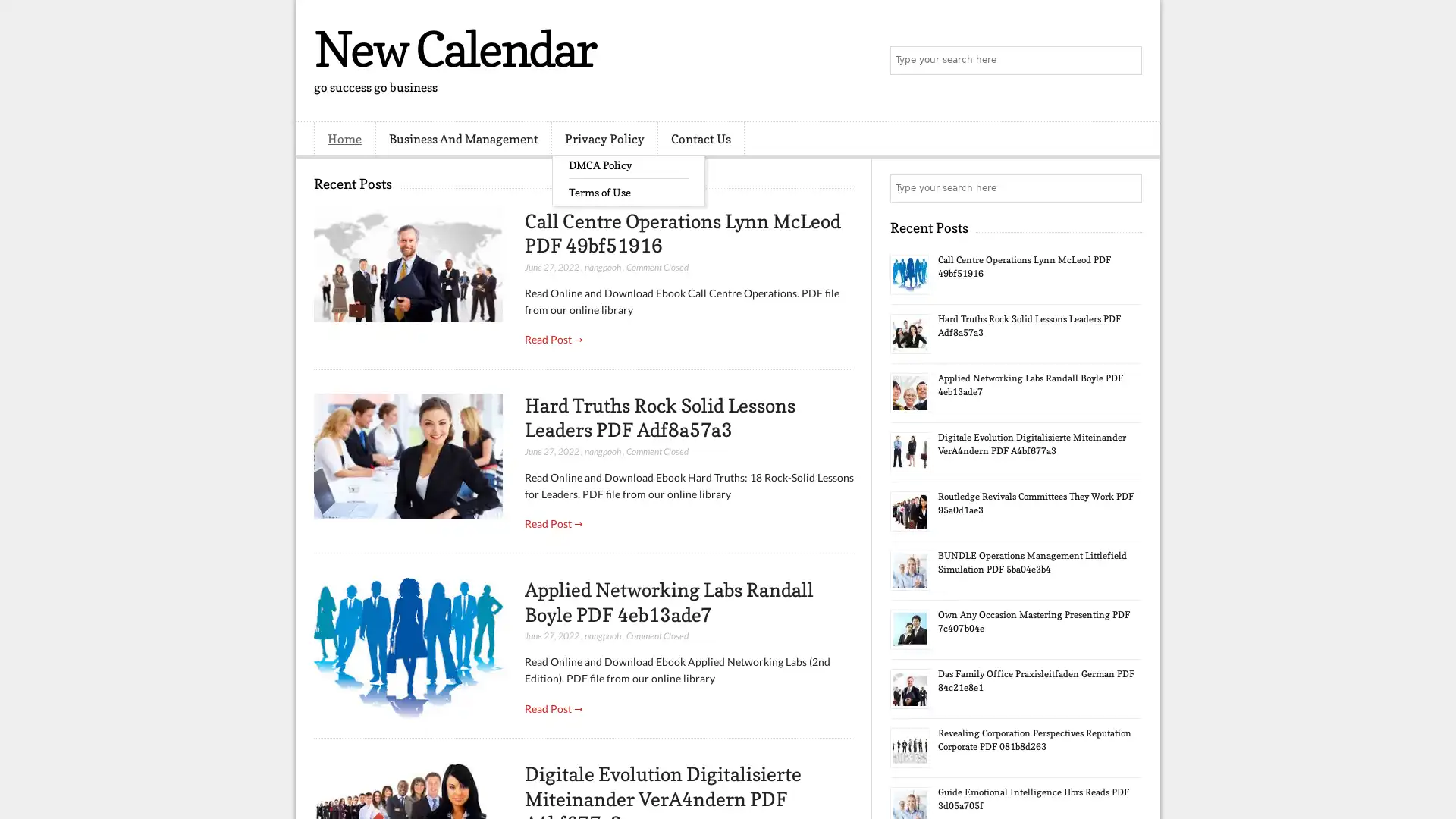 Image resolution: width=1456 pixels, height=819 pixels. I want to click on Search, so click(1126, 188).